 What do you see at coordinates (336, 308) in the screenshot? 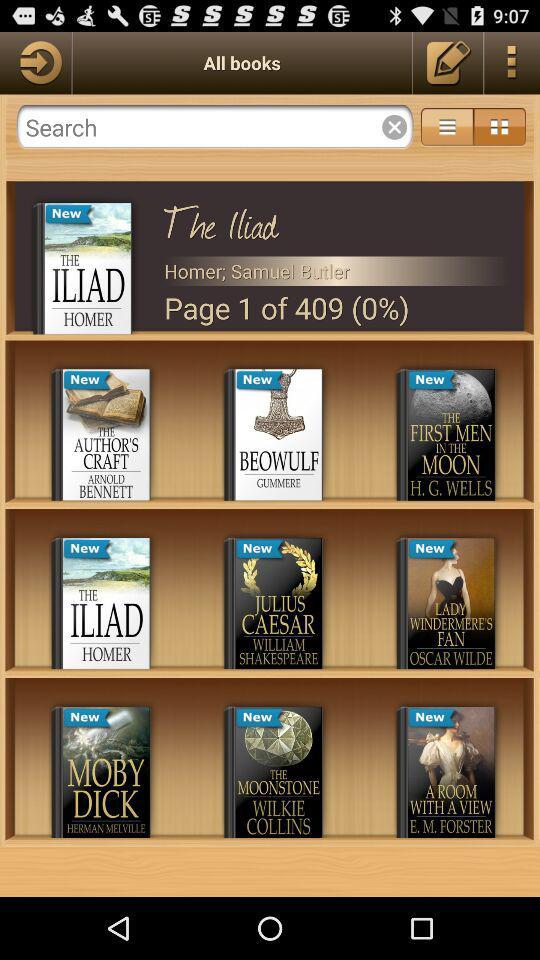
I see `item below the homer; samuel butler icon` at bounding box center [336, 308].